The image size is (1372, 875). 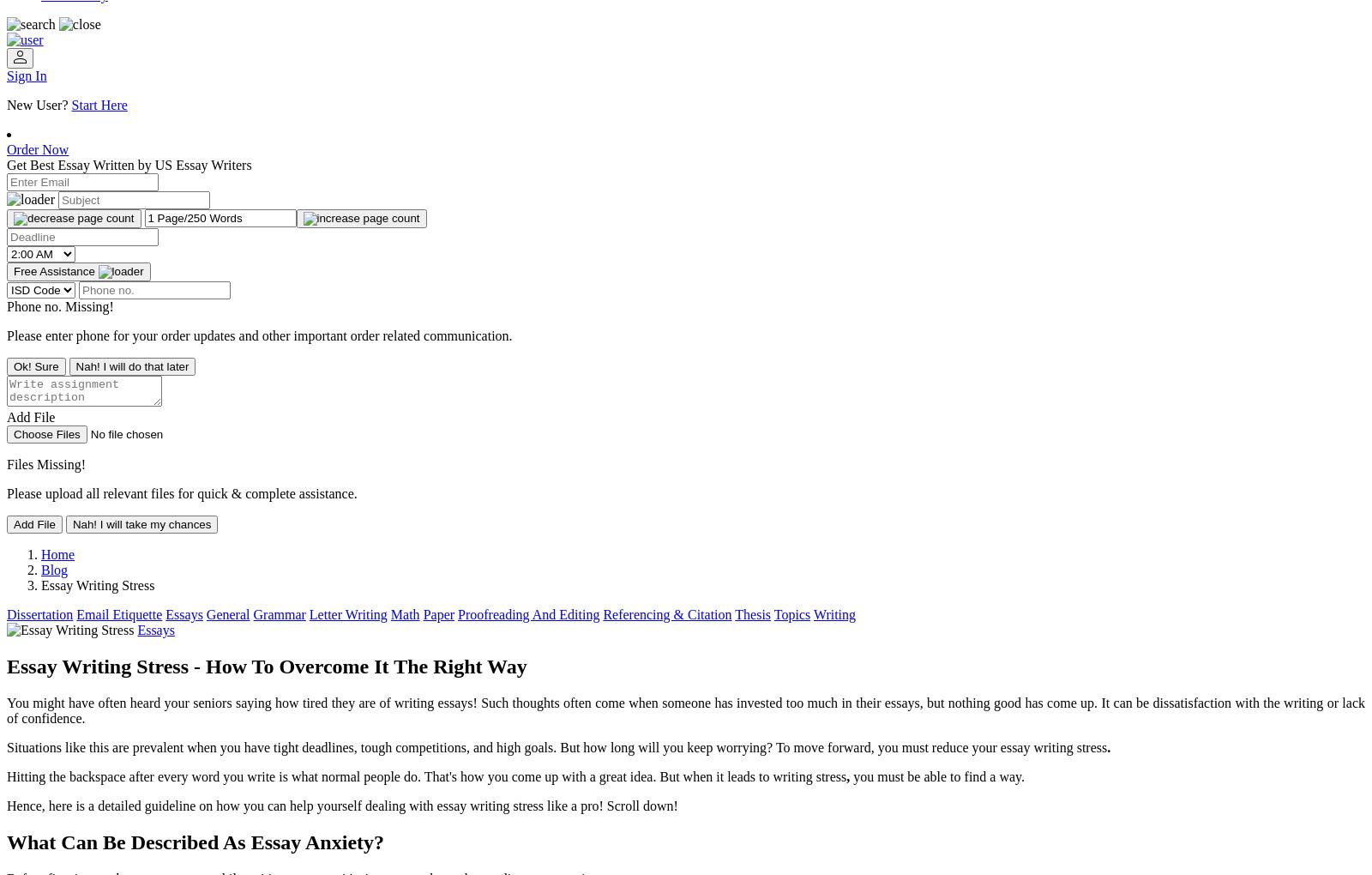 What do you see at coordinates (37, 148) in the screenshot?
I see `'Order Now'` at bounding box center [37, 148].